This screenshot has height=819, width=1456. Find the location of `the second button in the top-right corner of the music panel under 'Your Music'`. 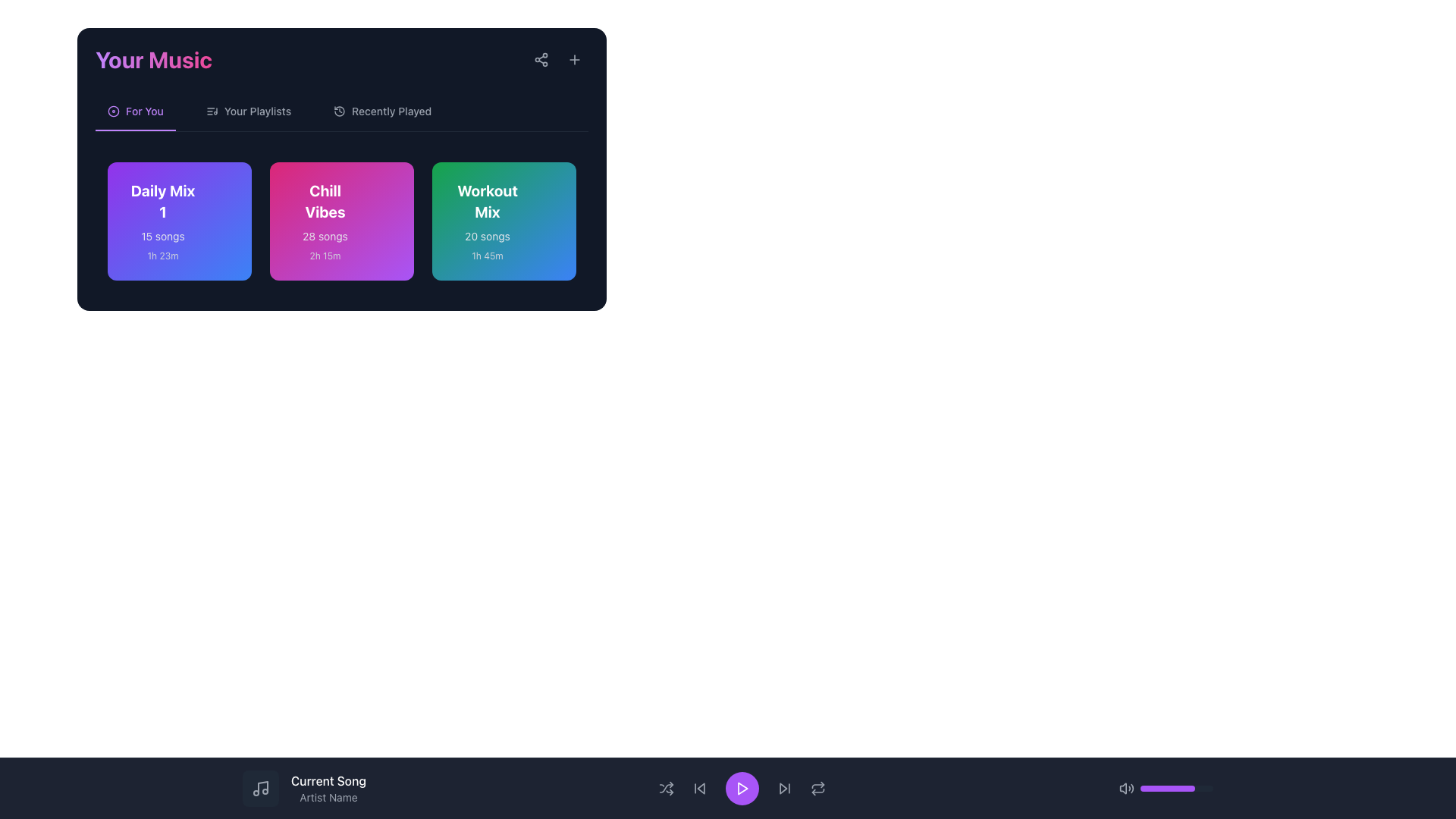

the second button in the top-right corner of the music panel under 'Your Music' is located at coordinates (574, 58).